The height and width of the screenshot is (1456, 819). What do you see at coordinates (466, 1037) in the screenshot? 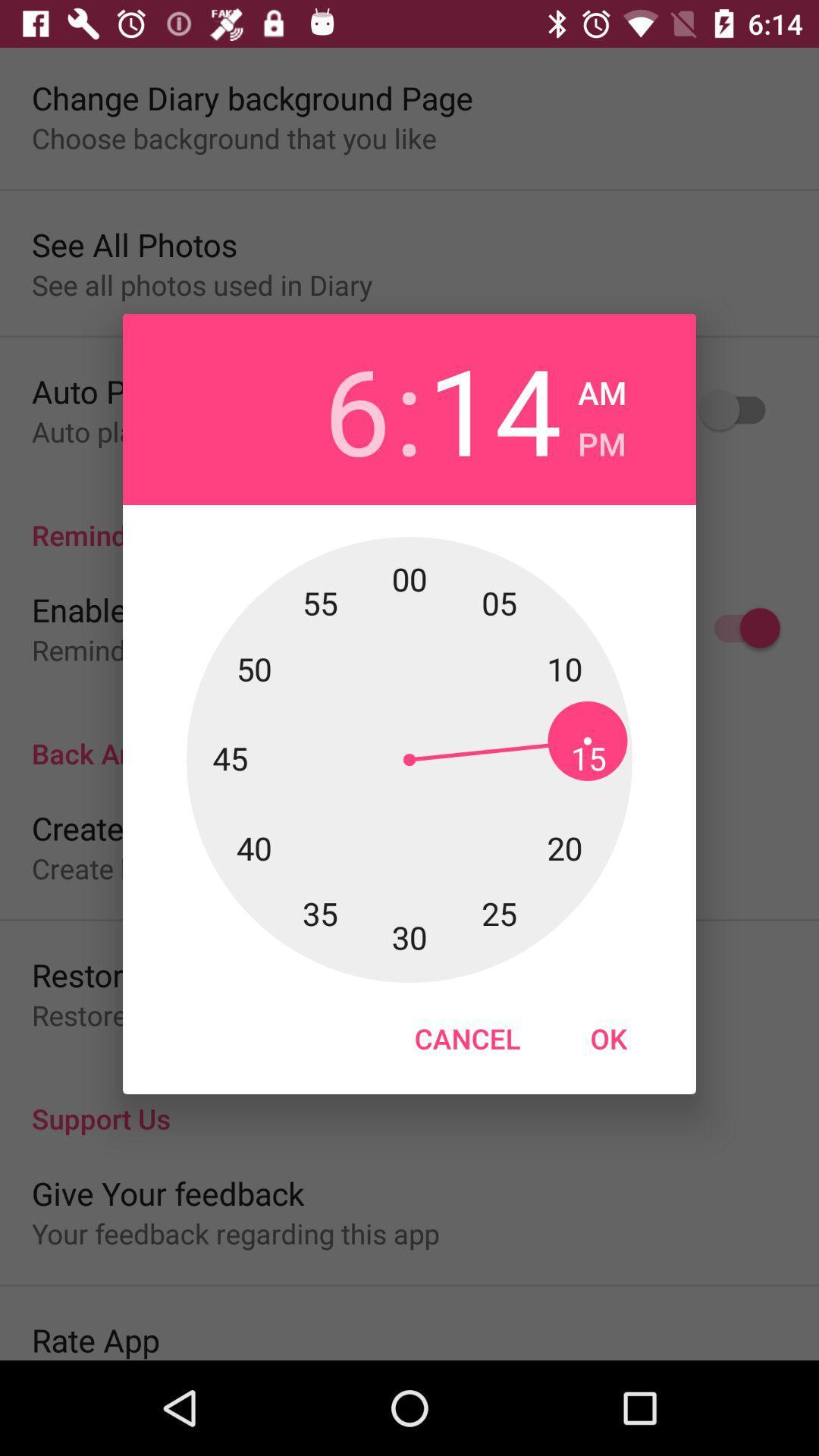
I see `the cancel item` at bounding box center [466, 1037].